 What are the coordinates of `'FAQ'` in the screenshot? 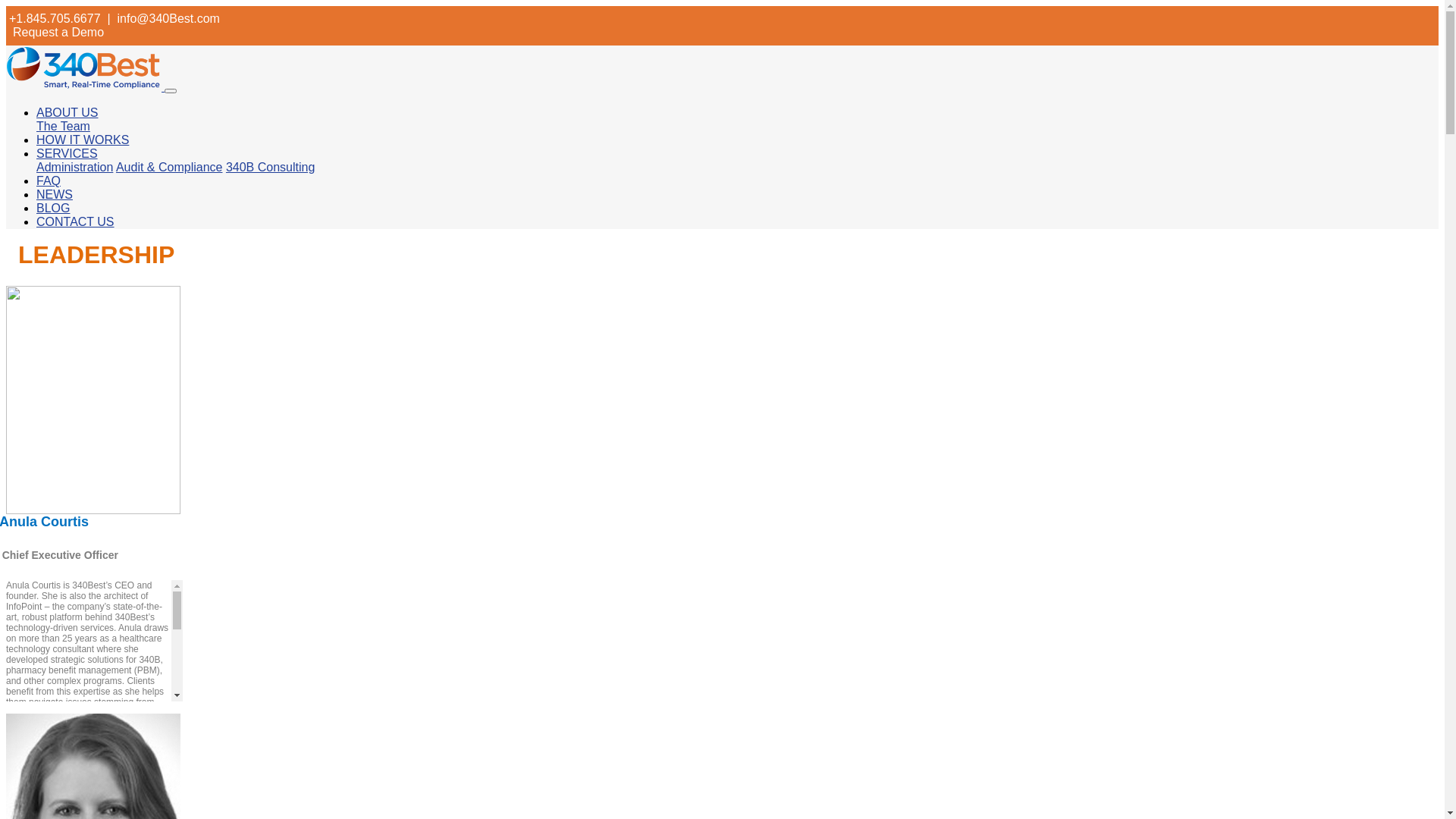 It's located at (48, 180).